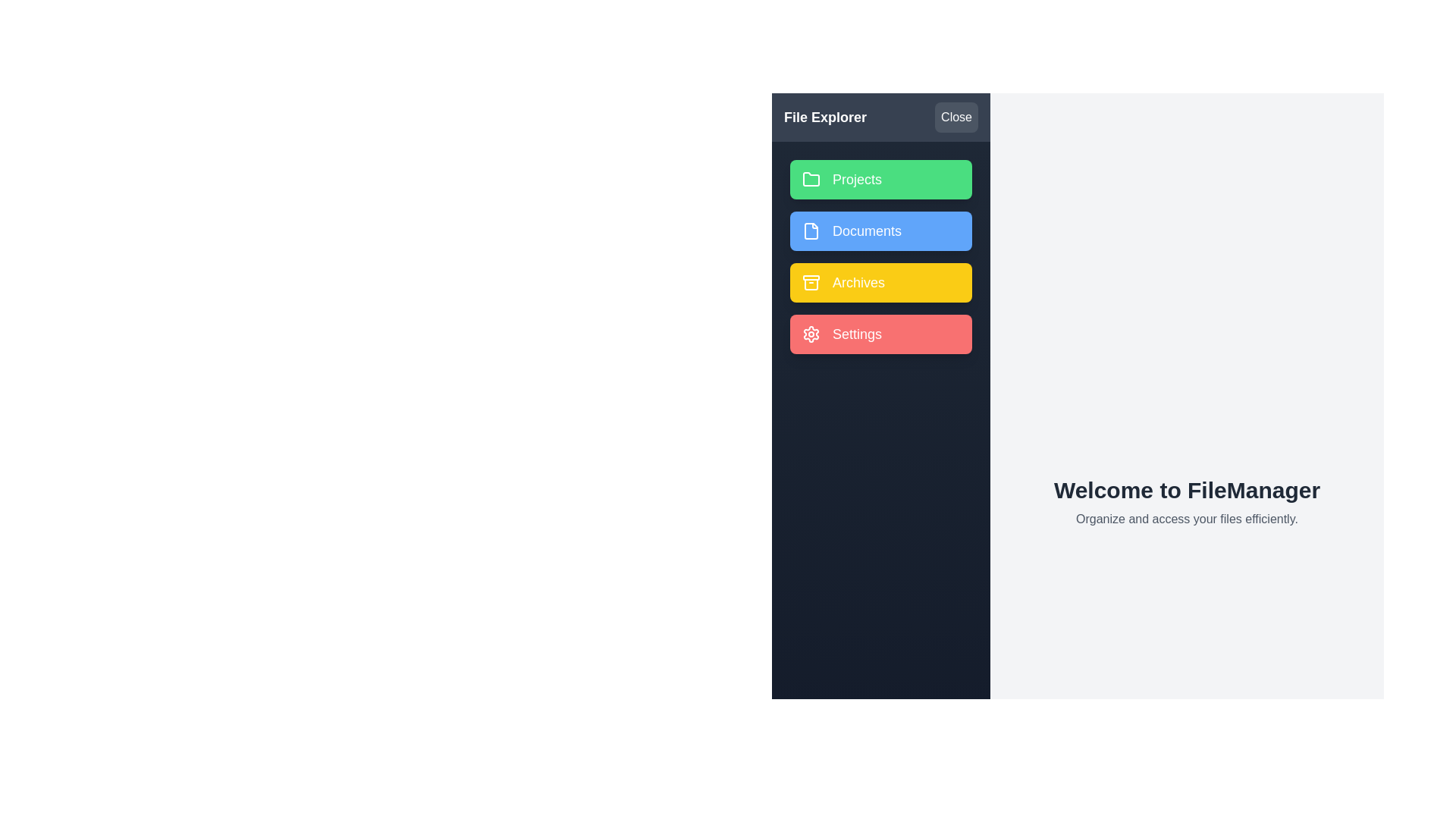  Describe the element at coordinates (880, 333) in the screenshot. I see `the Settings button to navigate to the respective section` at that location.